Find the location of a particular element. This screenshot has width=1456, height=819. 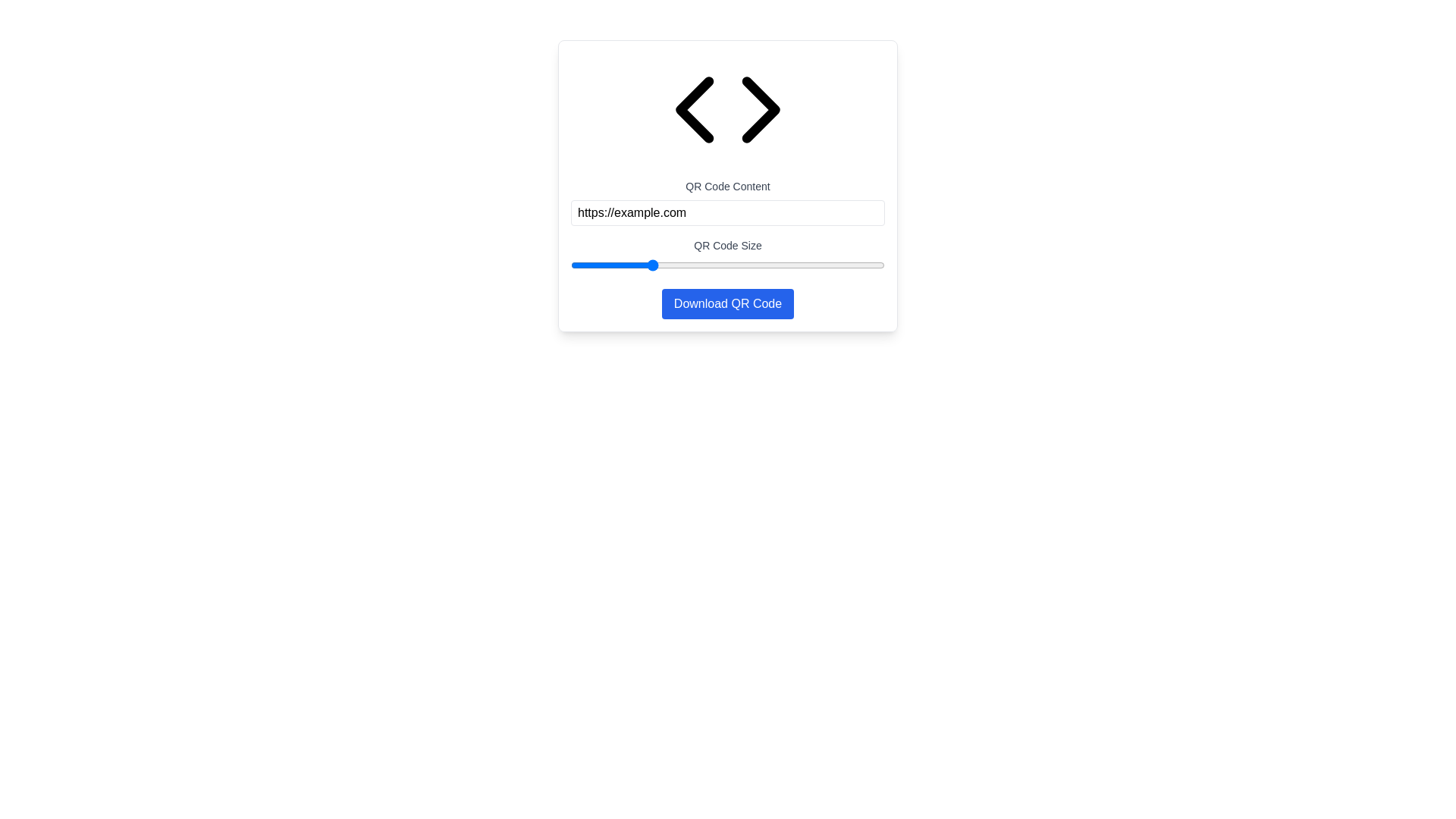

QR code size is located at coordinates (773, 265).